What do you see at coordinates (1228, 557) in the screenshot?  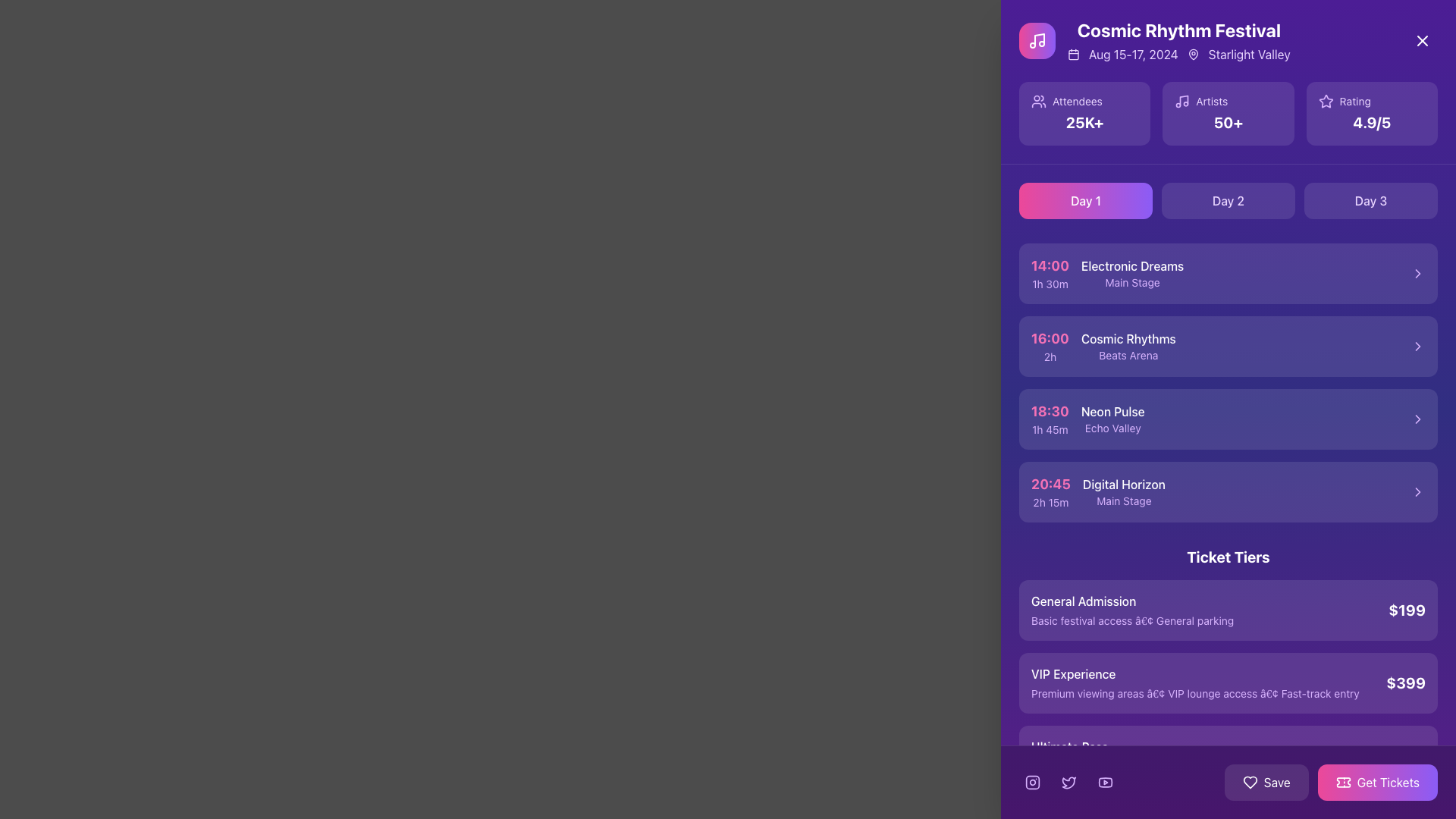 I see `the 'Ticket Tiers' text label, which is a bold, white label located at the top of the ticket options section on the right-hand side of the interface` at bounding box center [1228, 557].